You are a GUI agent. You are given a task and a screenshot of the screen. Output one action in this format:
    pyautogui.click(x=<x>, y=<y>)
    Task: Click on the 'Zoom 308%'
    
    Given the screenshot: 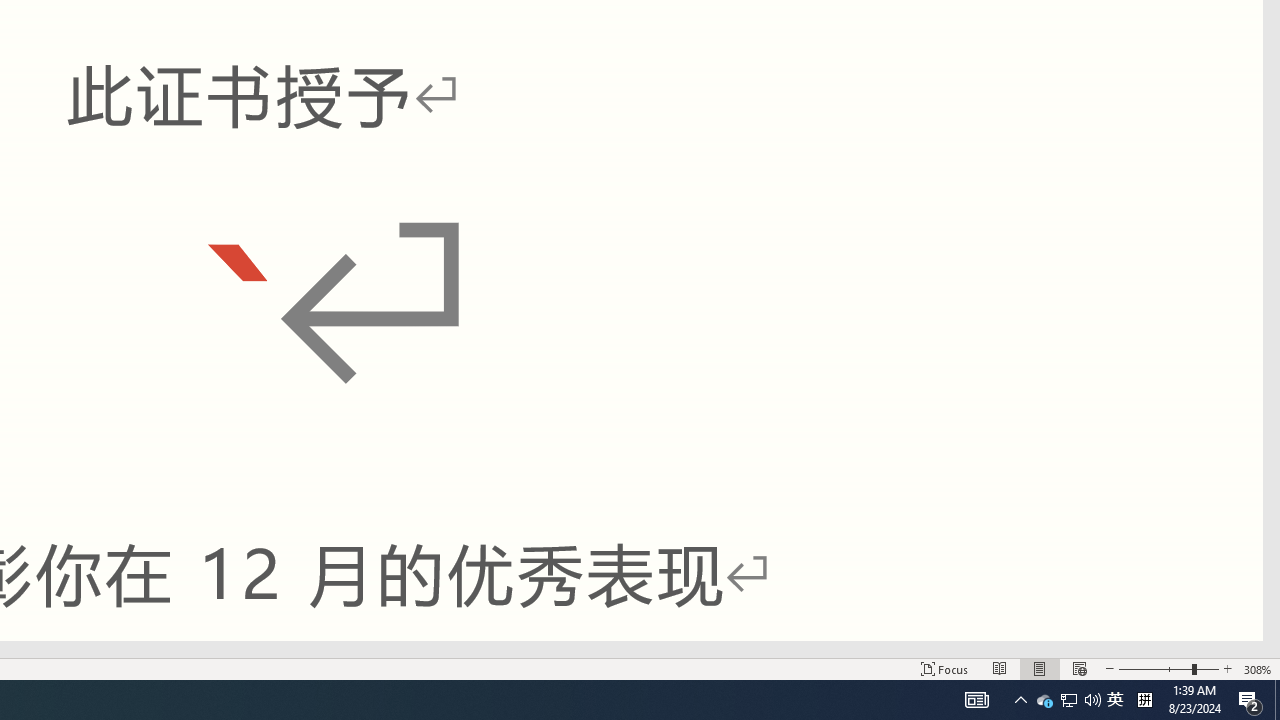 What is the action you would take?
    pyautogui.click(x=1257, y=669)
    